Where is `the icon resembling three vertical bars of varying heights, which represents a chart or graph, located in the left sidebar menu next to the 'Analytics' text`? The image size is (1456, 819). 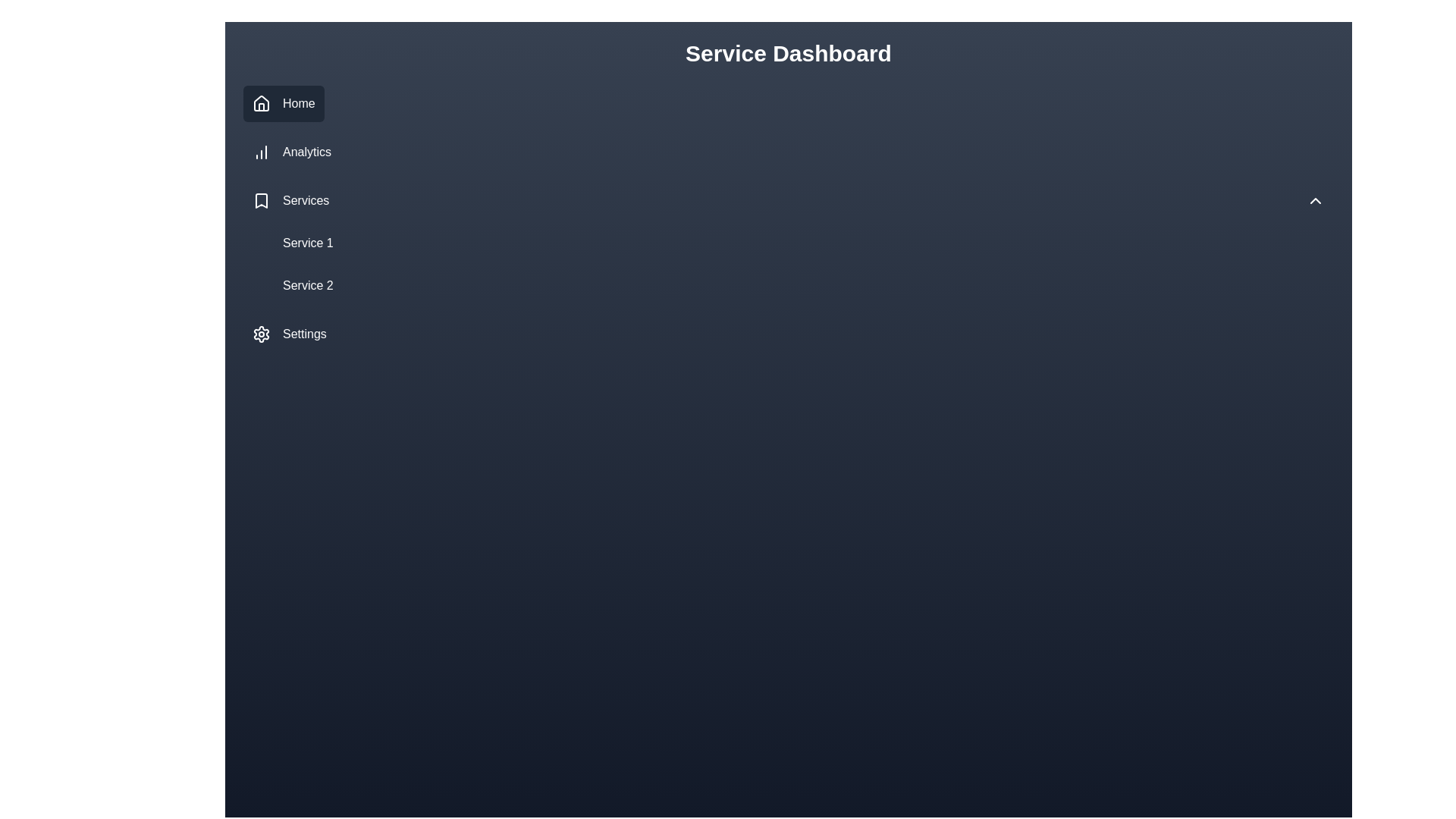 the icon resembling three vertical bars of varying heights, which represents a chart or graph, located in the left sidebar menu next to the 'Analytics' text is located at coordinates (262, 152).